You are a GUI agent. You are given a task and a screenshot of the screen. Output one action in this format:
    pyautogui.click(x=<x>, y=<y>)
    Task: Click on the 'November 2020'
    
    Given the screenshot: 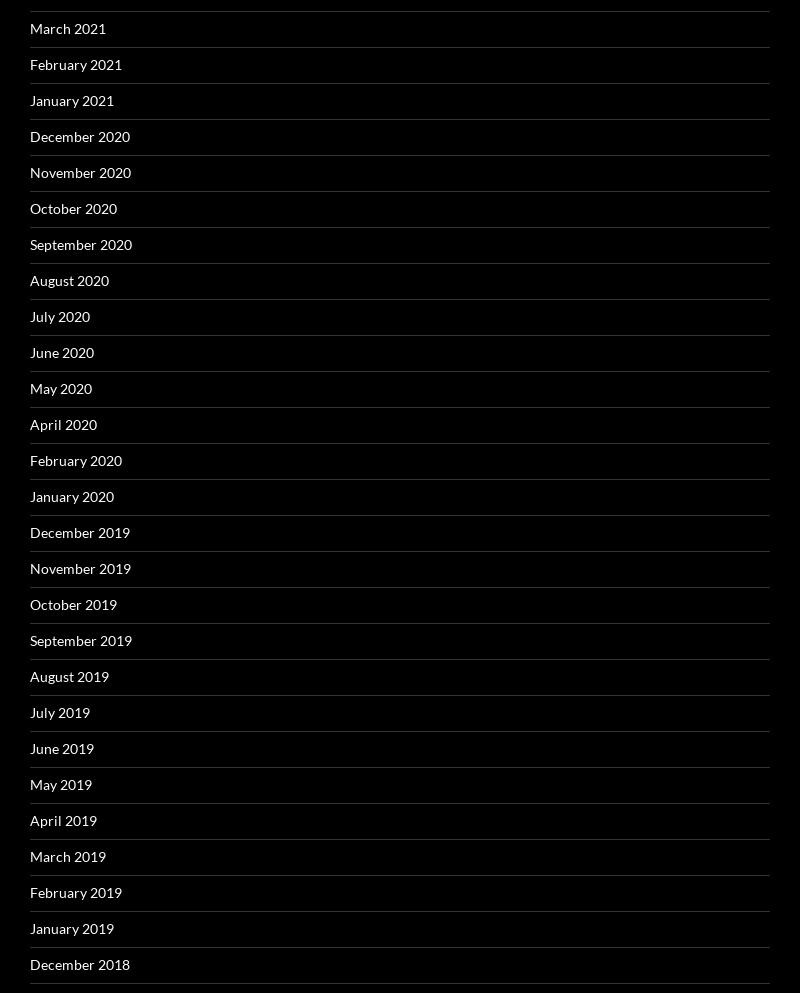 What is the action you would take?
    pyautogui.click(x=80, y=170)
    